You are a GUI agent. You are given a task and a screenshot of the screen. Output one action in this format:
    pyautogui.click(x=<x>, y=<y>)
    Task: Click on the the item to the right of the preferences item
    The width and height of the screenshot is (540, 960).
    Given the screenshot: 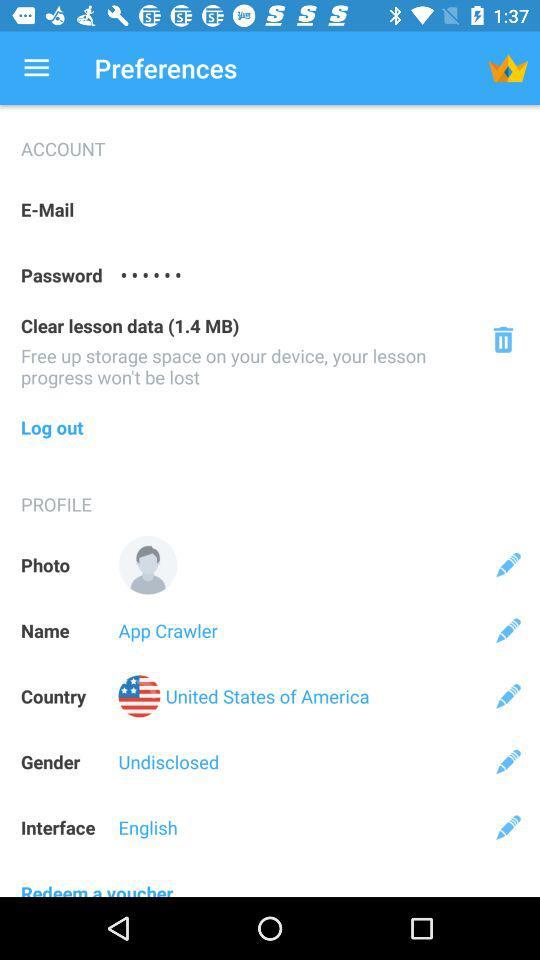 What is the action you would take?
    pyautogui.click(x=508, y=68)
    